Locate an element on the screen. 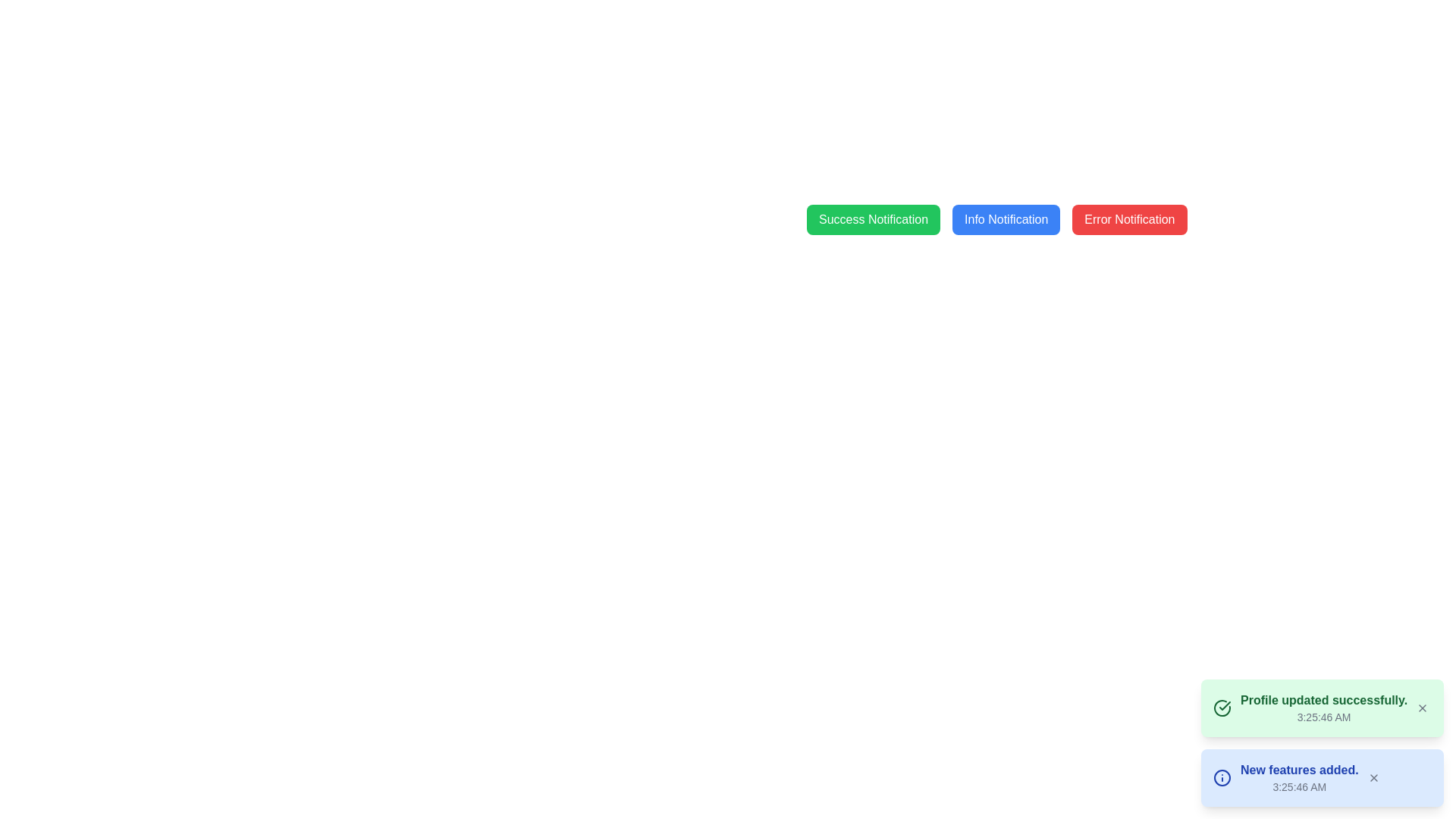 This screenshot has width=1456, height=819. the leftmost button in the group of three horizontally arranged buttons is located at coordinates (874, 219).